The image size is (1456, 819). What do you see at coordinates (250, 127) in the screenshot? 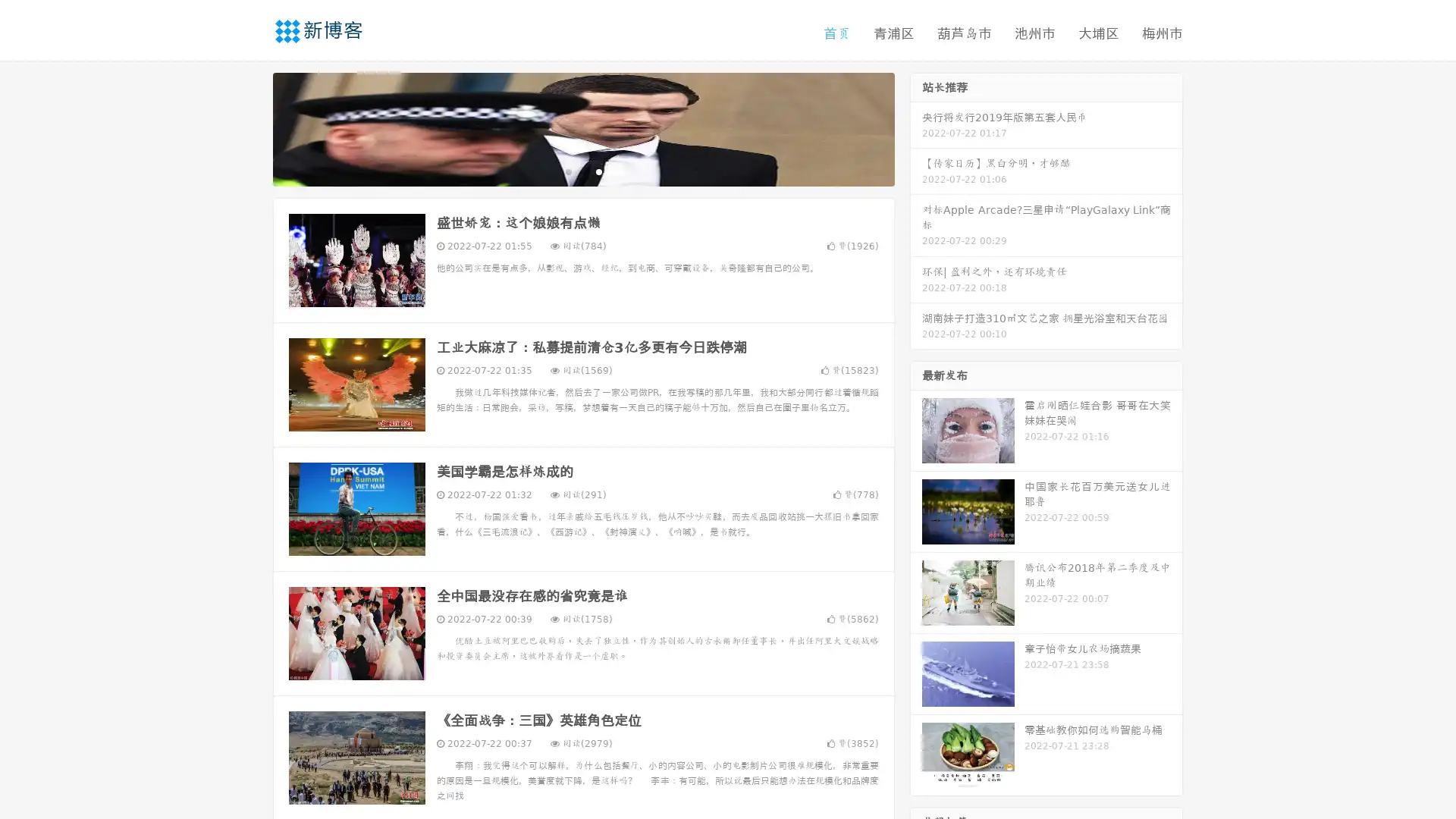
I see `Previous slide` at bounding box center [250, 127].